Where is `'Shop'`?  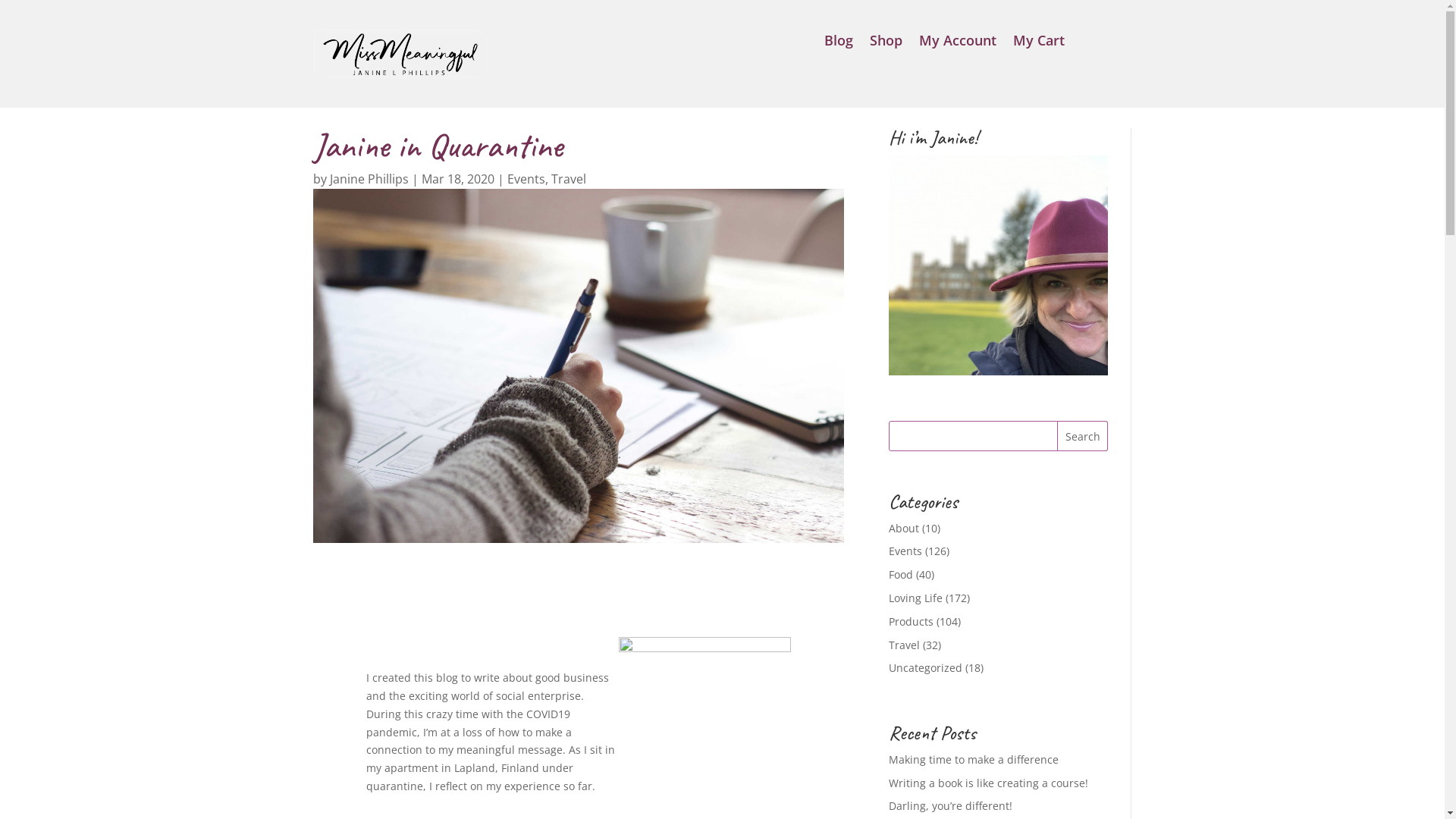
'Shop' is located at coordinates (886, 42).